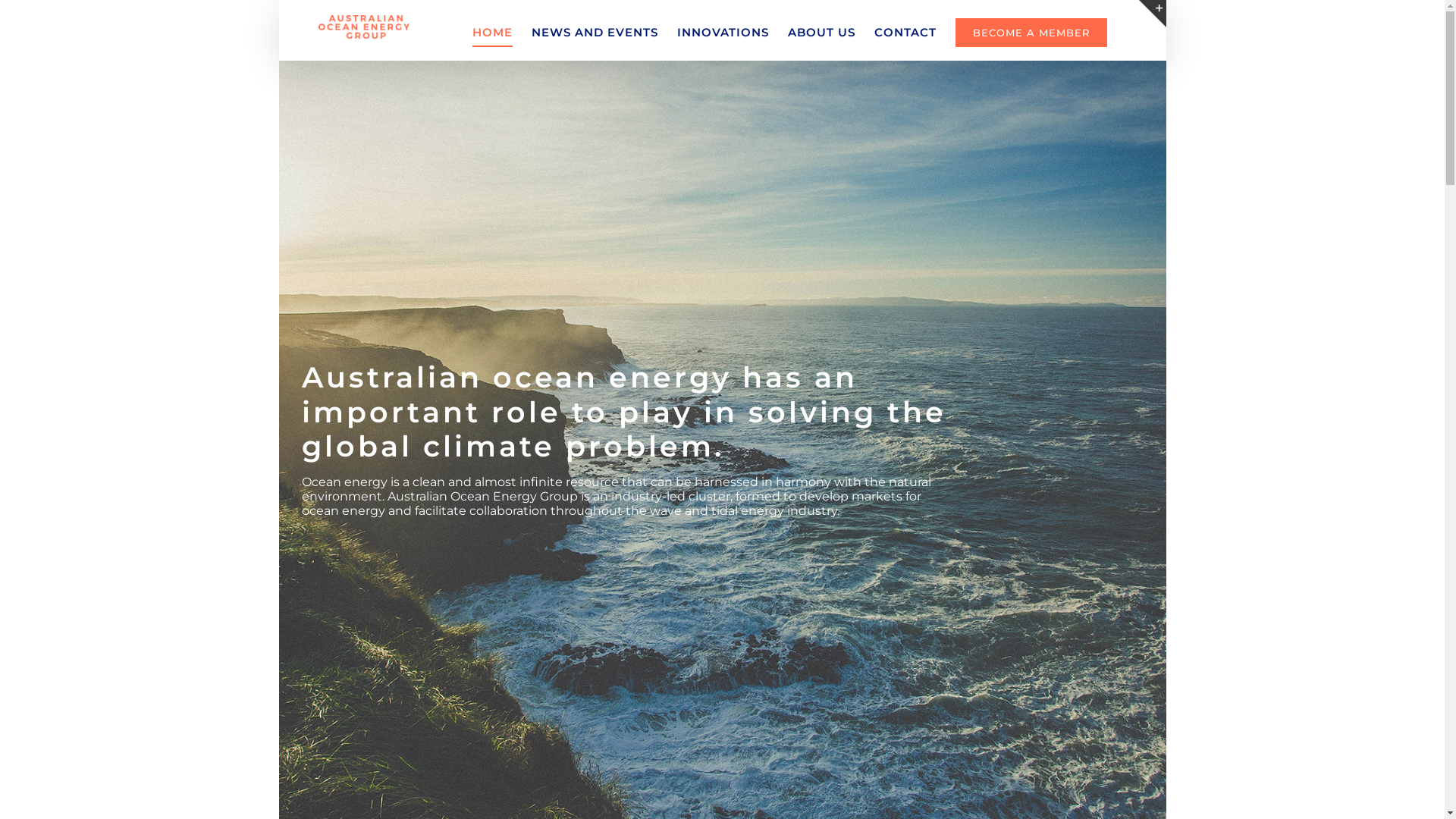 The width and height of the screenshot is (1456, 819). What do you see at coordinates (821, 32) in the screenshot?
I see `'ABOUT US'` at bounding box center [821, 32].